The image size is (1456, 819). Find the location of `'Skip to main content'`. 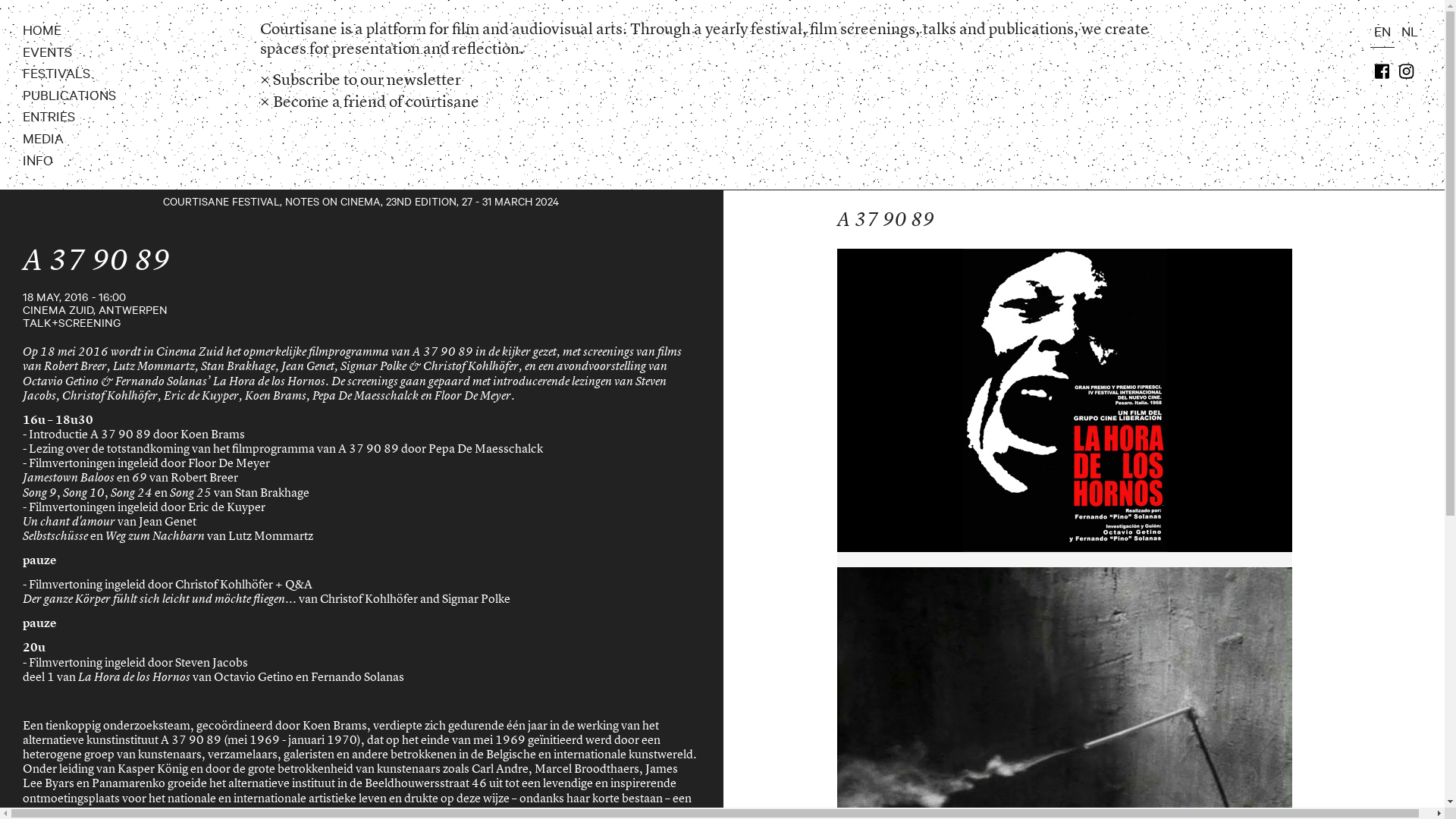

'Skip to main content' is located at coordinates (58, 0).